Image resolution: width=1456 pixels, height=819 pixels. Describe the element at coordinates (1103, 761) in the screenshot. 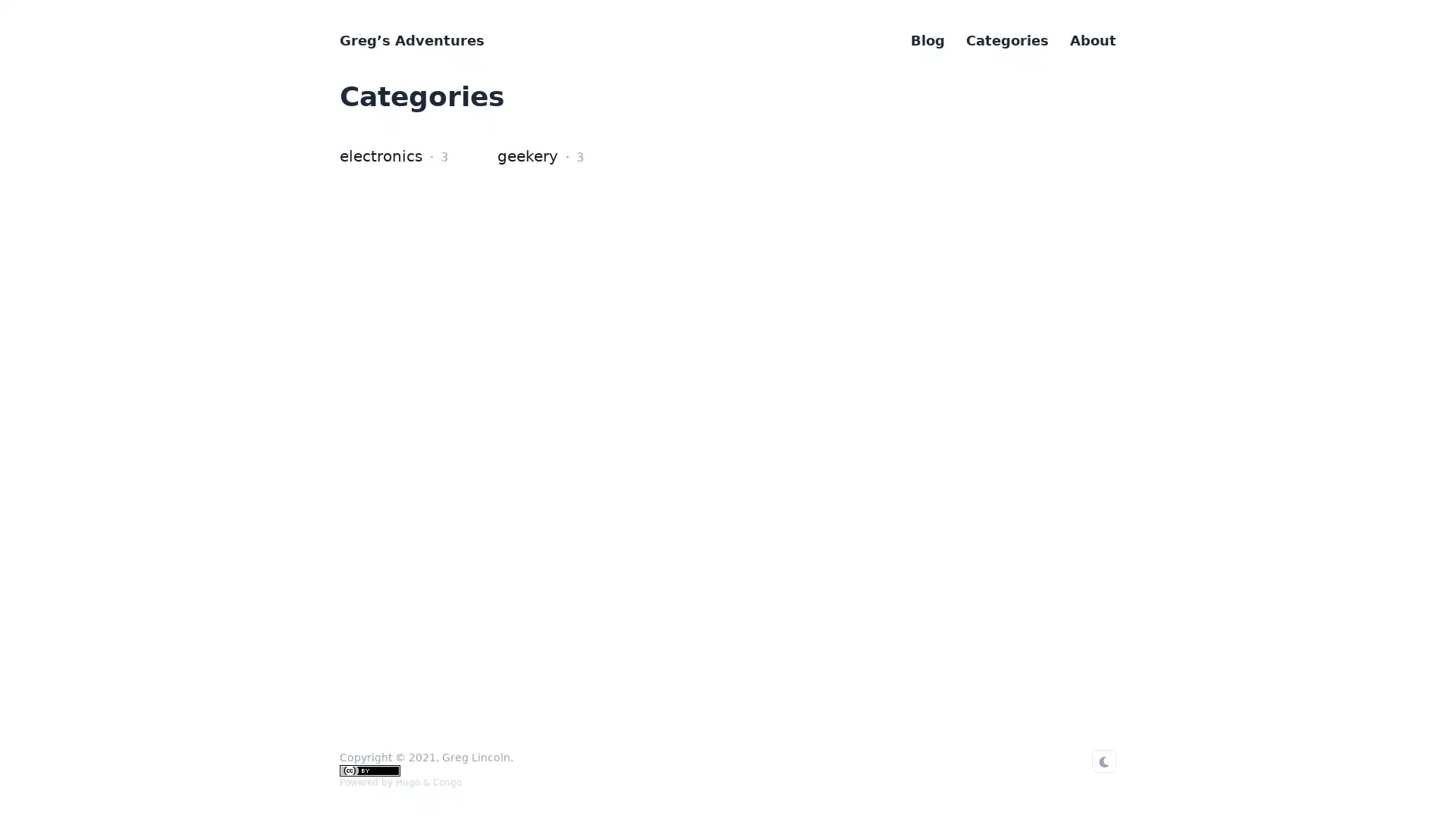

I see `Switch to dark appearance` at that location.